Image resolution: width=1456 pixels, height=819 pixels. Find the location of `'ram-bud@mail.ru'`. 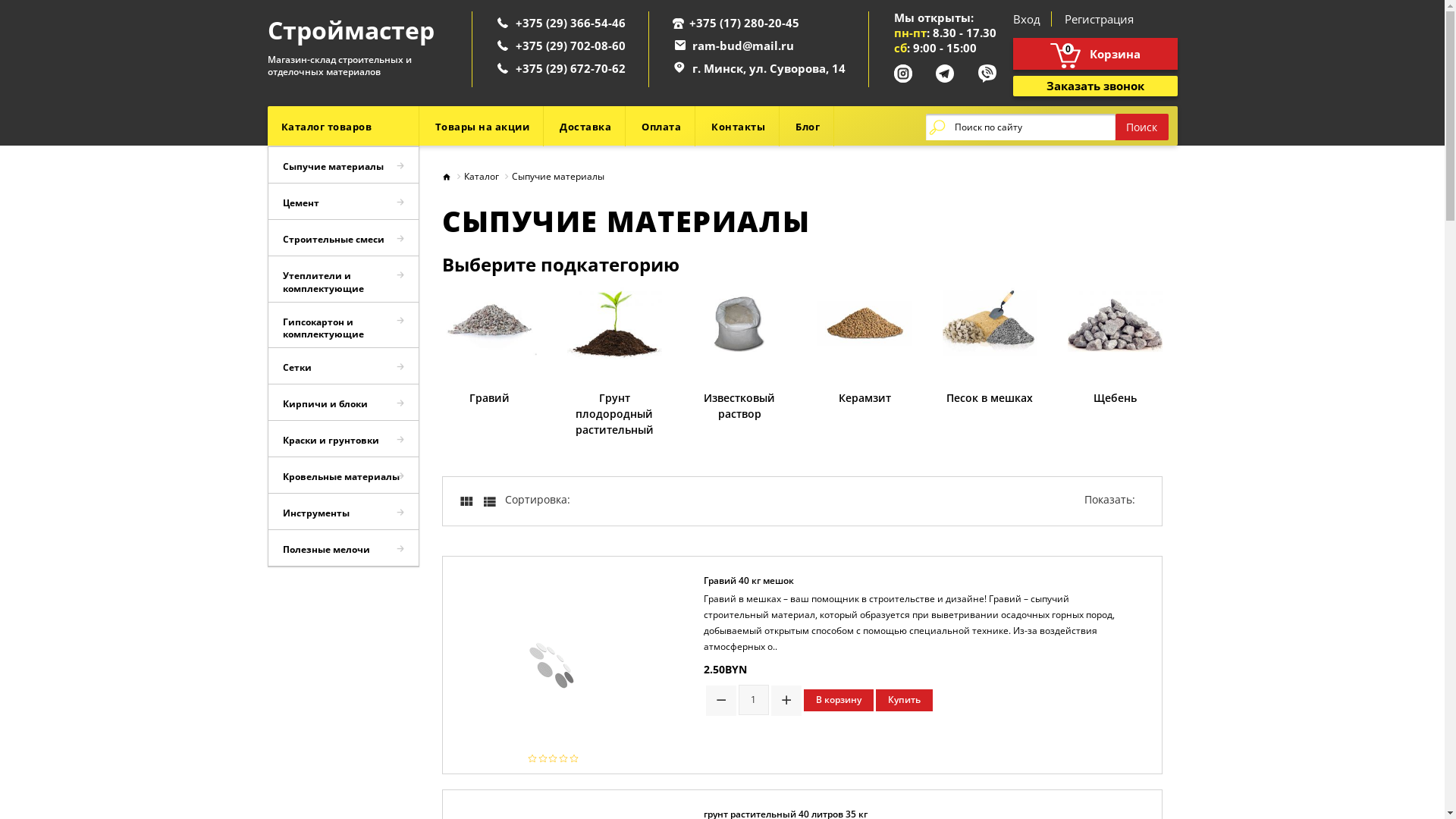

'ram-bud@mail.ru' is located at coordinates (742, 45).